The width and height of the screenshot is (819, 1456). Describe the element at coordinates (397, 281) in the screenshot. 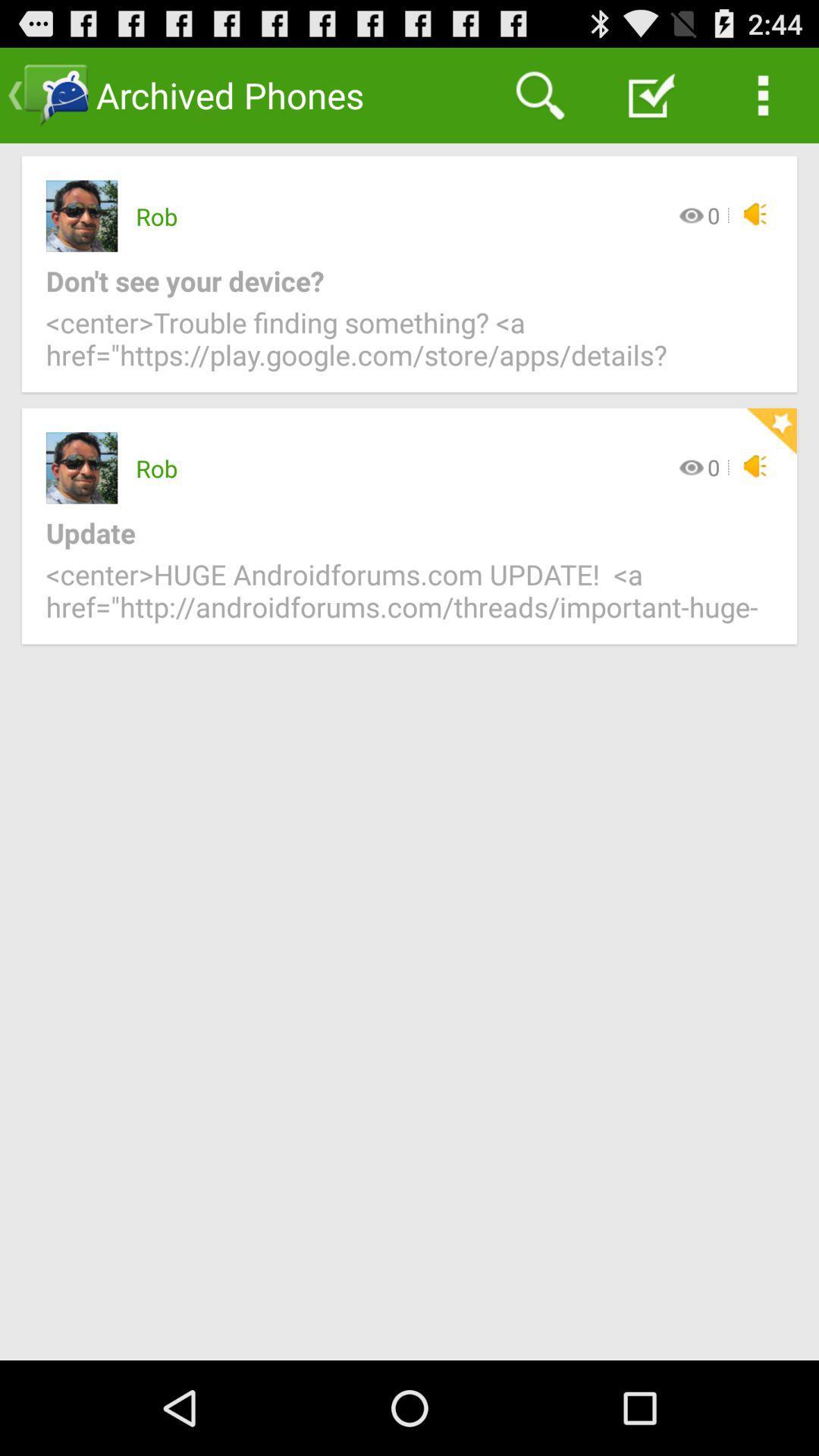

I see `don t see icon` at that location.